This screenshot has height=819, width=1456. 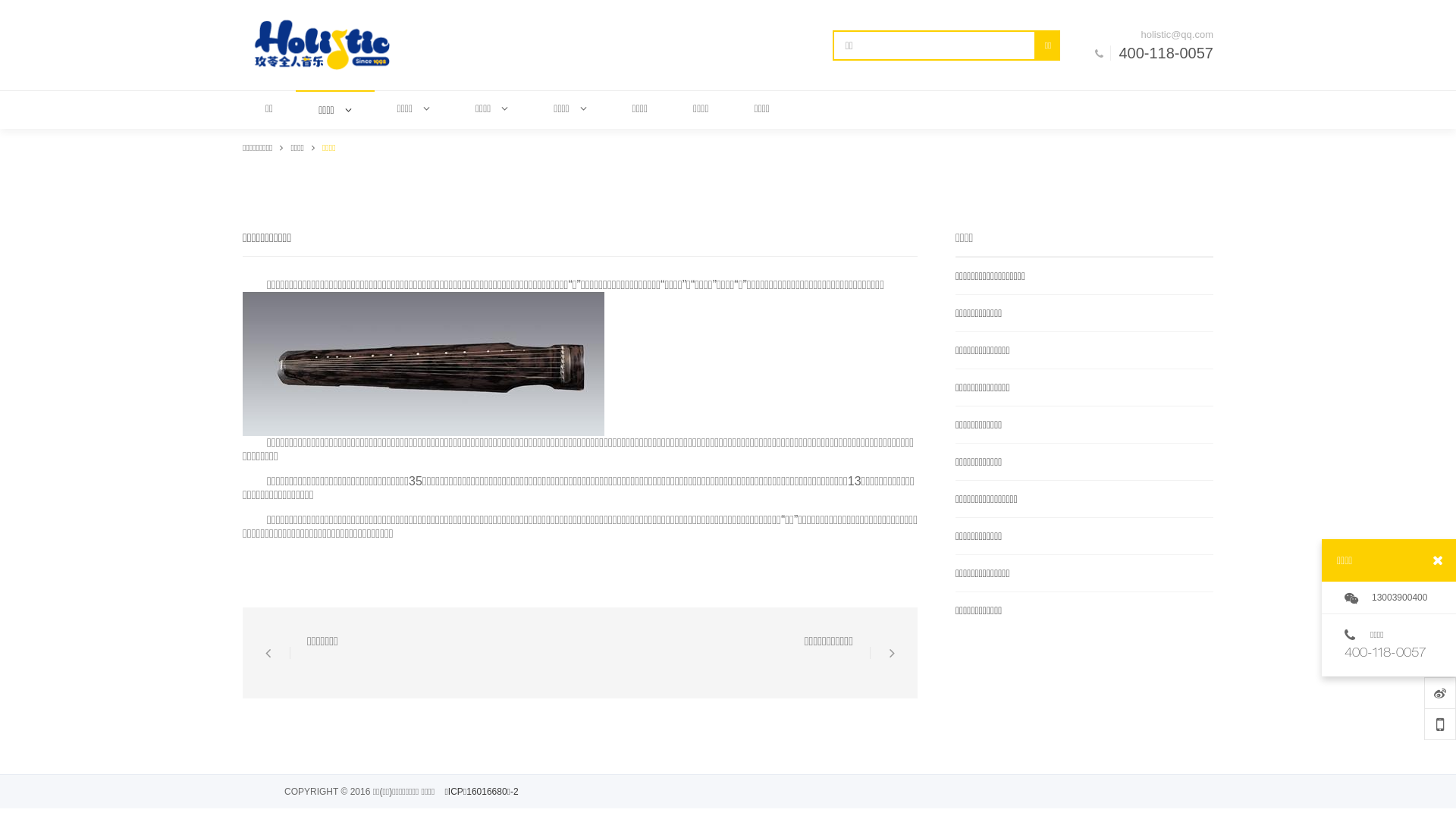 I want to click on 'holistic@qq.com', so click(x=1160, y=34).